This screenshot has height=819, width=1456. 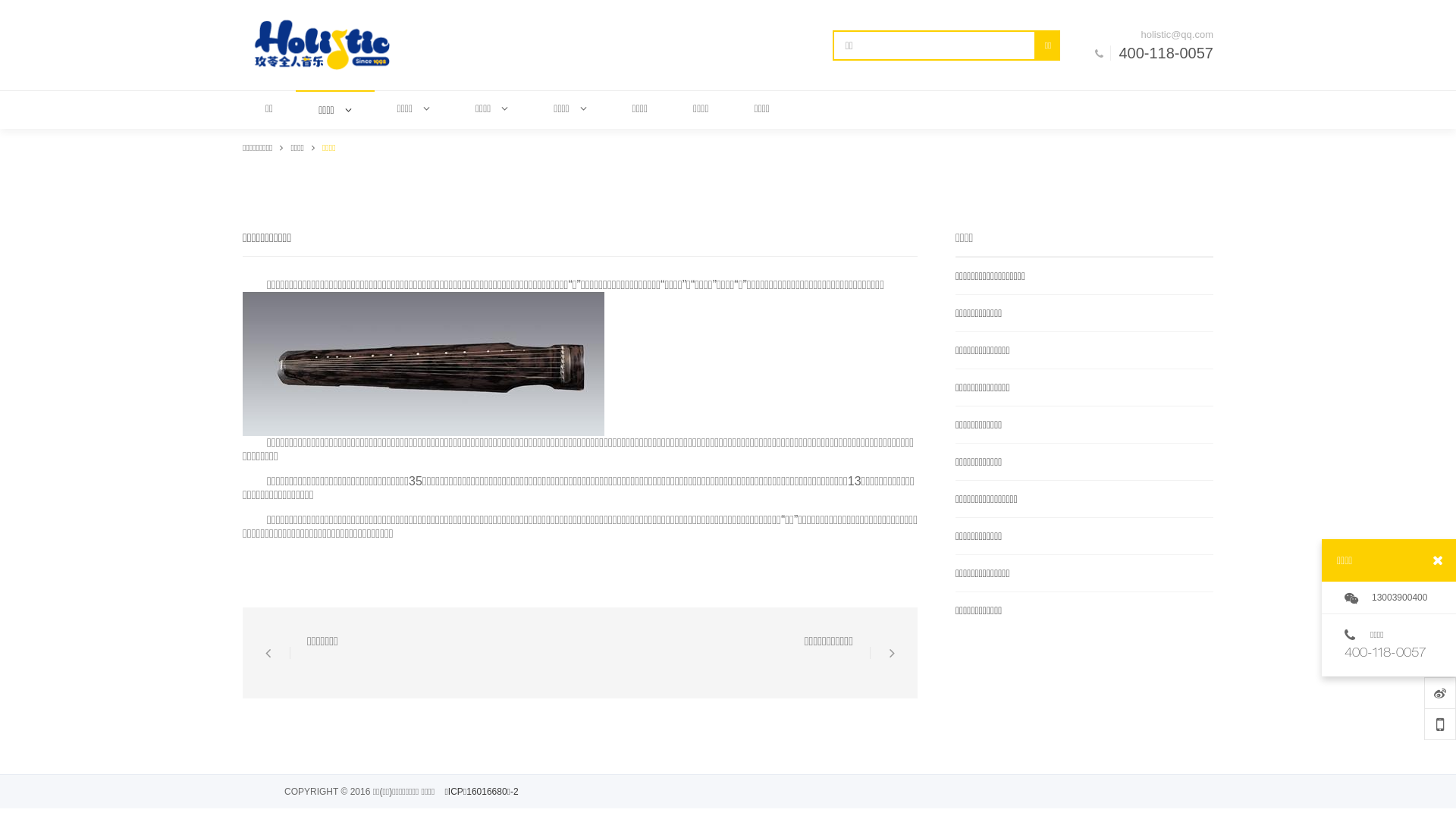 I want to click on 'holistic@qq.com', so click(x=1160, y=34).